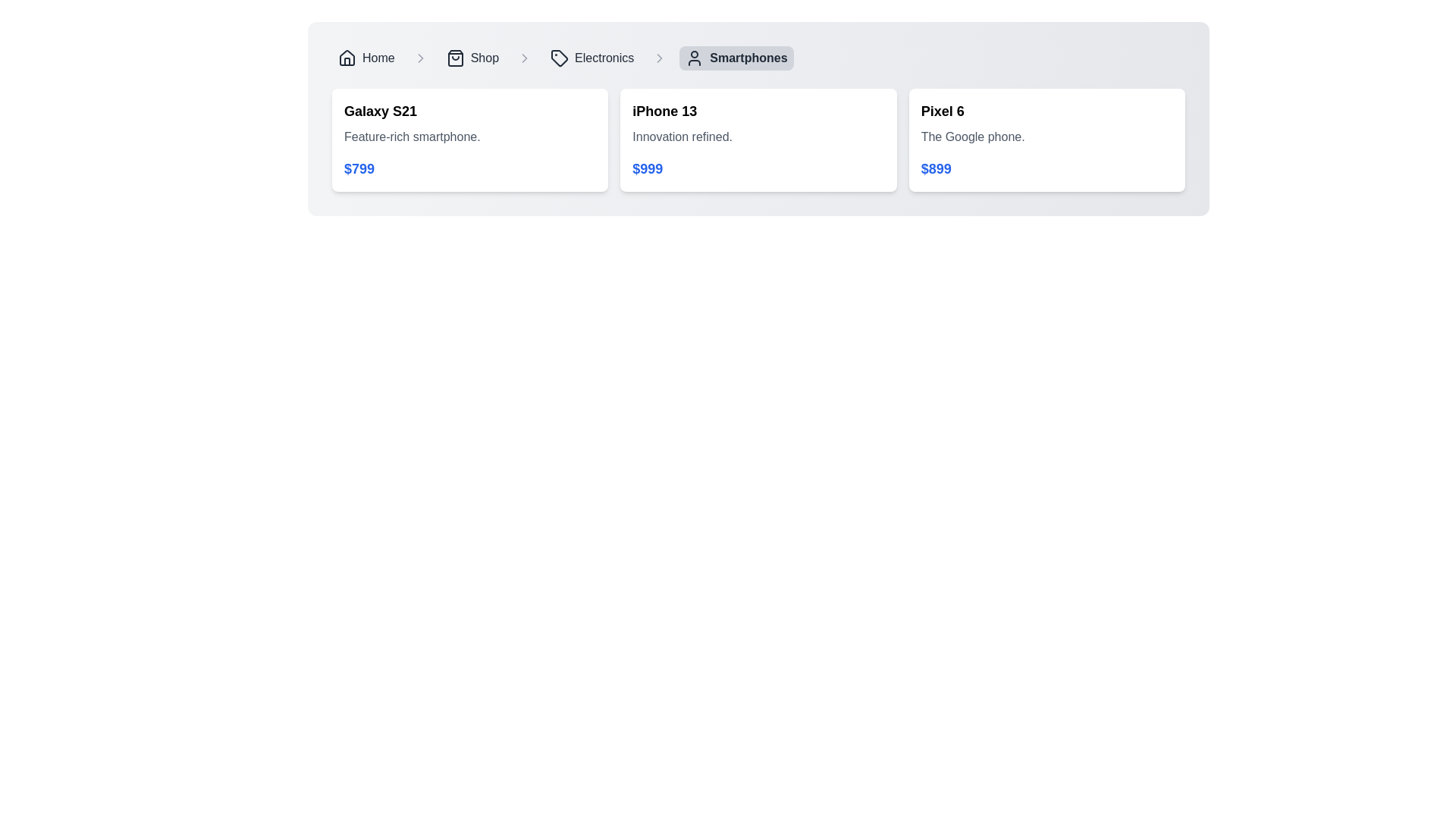  I want to click on the 'Home' icon in the breadcrumb navigation bar, which is represented by a simplified polygon shape resembling a house, so click(346, 57).